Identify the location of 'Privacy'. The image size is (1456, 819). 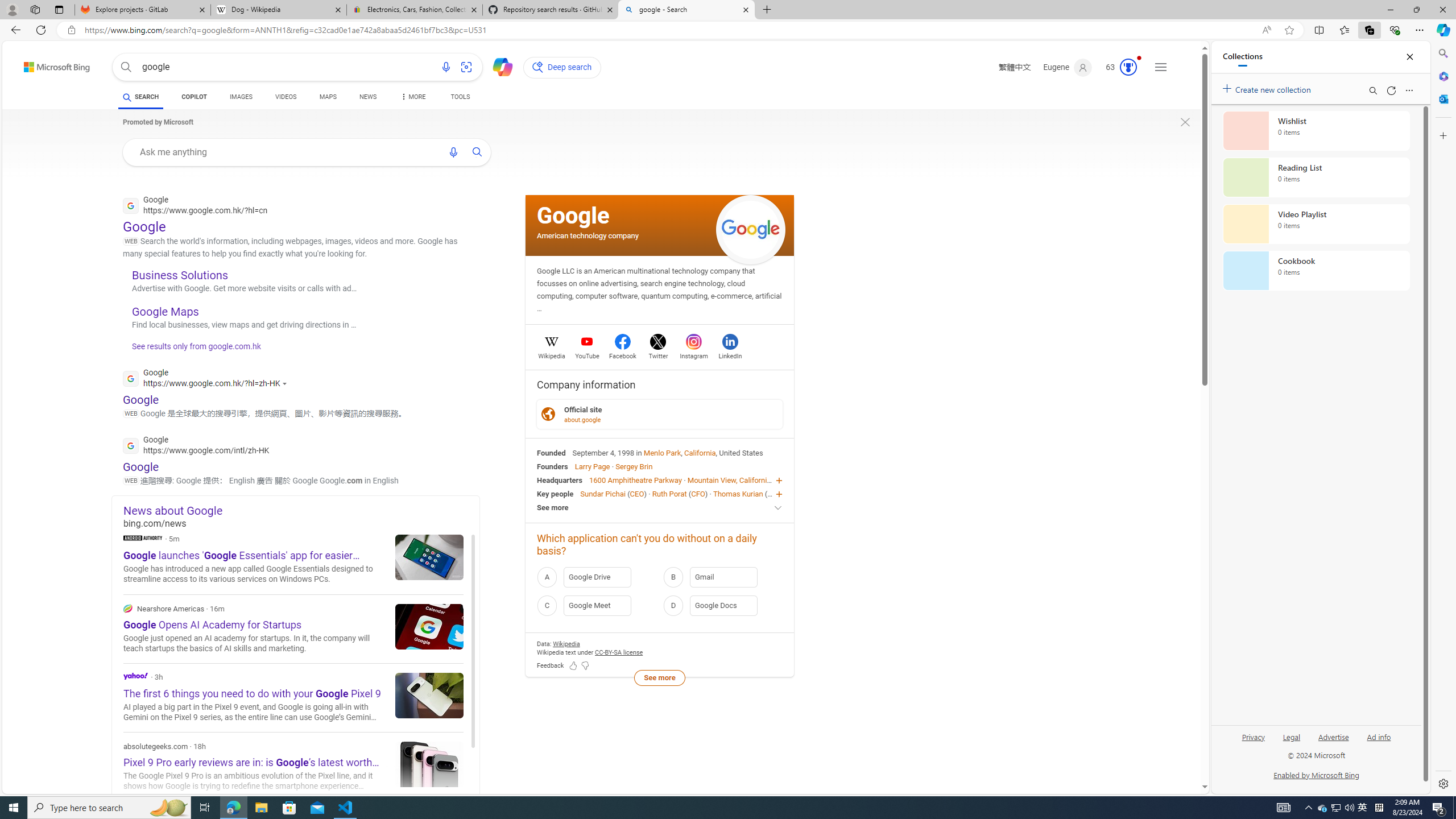
(1254, 736).